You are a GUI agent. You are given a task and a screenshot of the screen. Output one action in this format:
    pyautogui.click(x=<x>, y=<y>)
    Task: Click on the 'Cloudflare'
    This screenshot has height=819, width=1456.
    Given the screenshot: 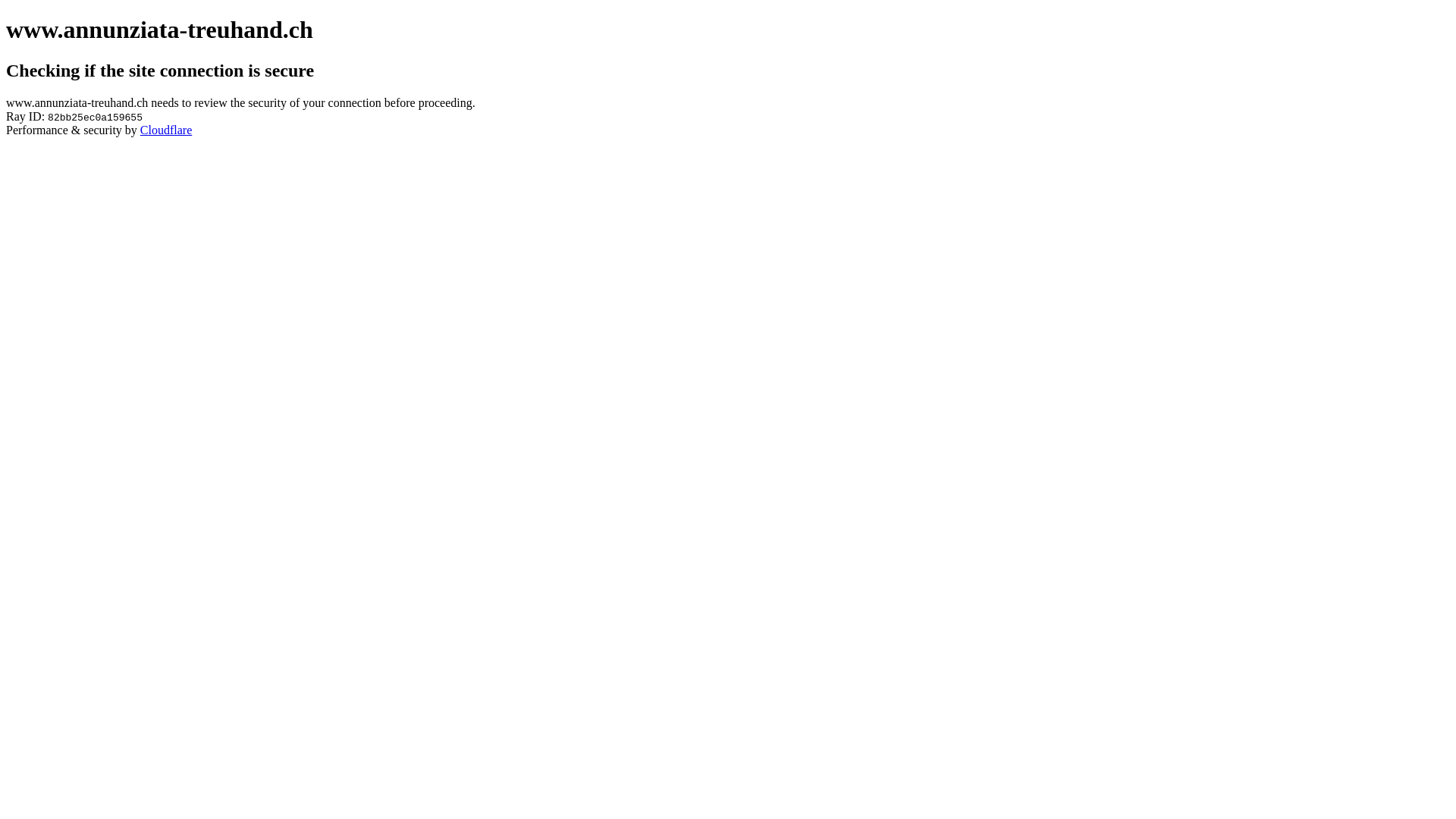 What is the action you would take?
    pyautogui.click(x=166, y=129)
    